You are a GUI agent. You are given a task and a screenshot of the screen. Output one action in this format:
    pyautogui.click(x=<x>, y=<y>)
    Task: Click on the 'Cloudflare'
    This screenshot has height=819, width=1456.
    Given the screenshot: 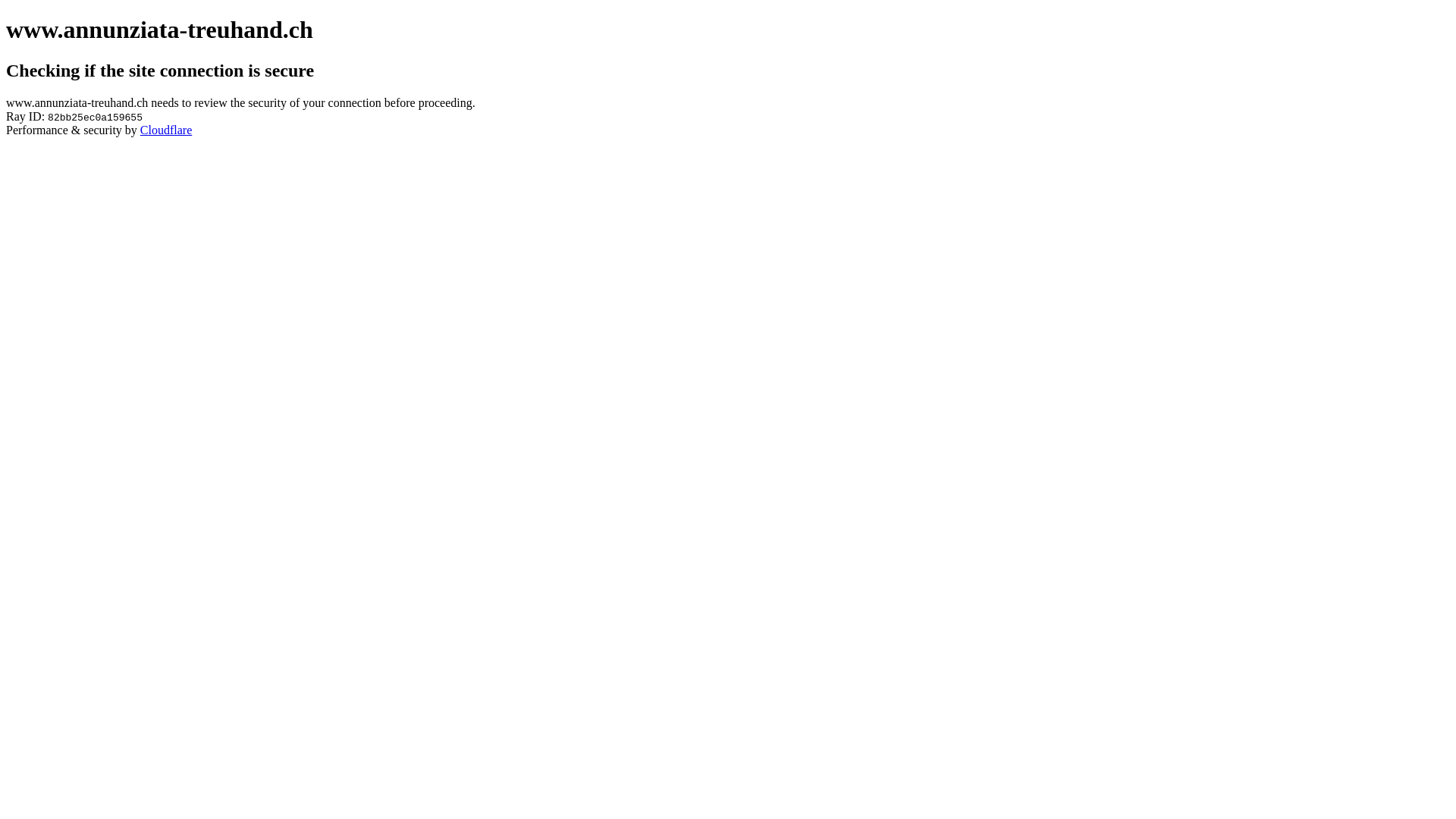 What is the action you would take?
    pyautogui.click(x=166, y=129)
    